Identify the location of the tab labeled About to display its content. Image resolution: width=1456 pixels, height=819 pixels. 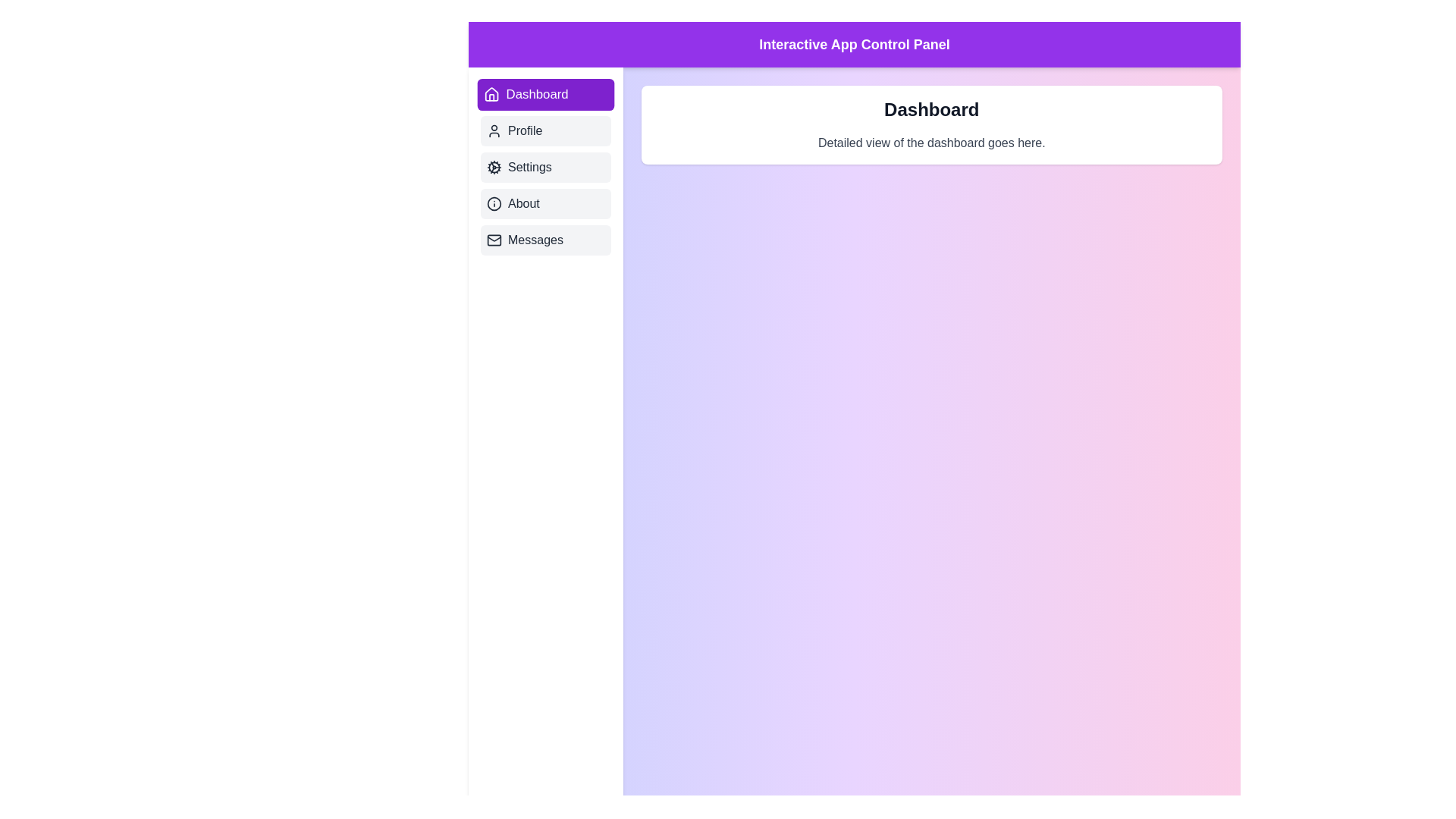
(545, 203).